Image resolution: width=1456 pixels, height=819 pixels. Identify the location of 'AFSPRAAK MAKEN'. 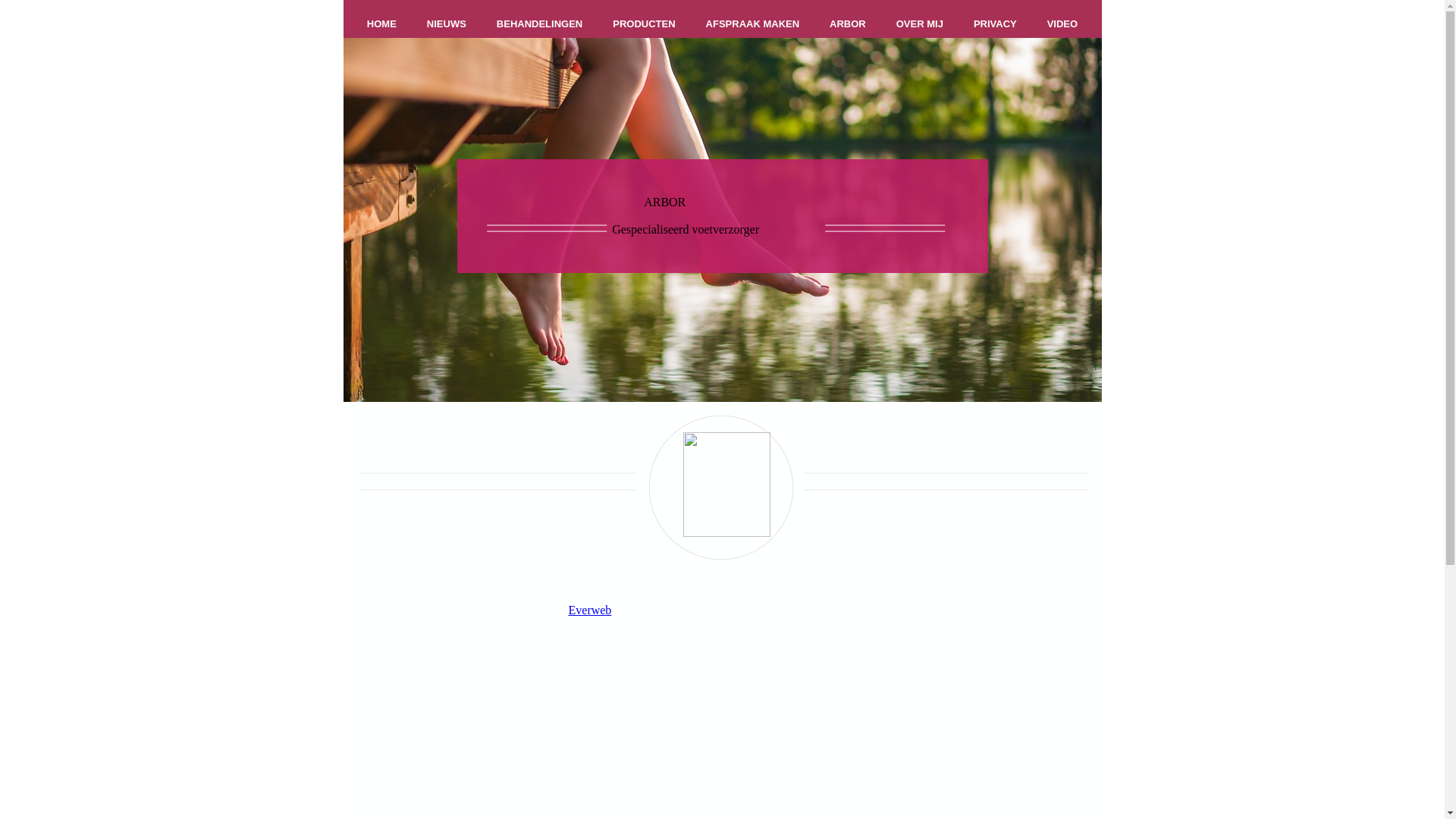
(753, 24).